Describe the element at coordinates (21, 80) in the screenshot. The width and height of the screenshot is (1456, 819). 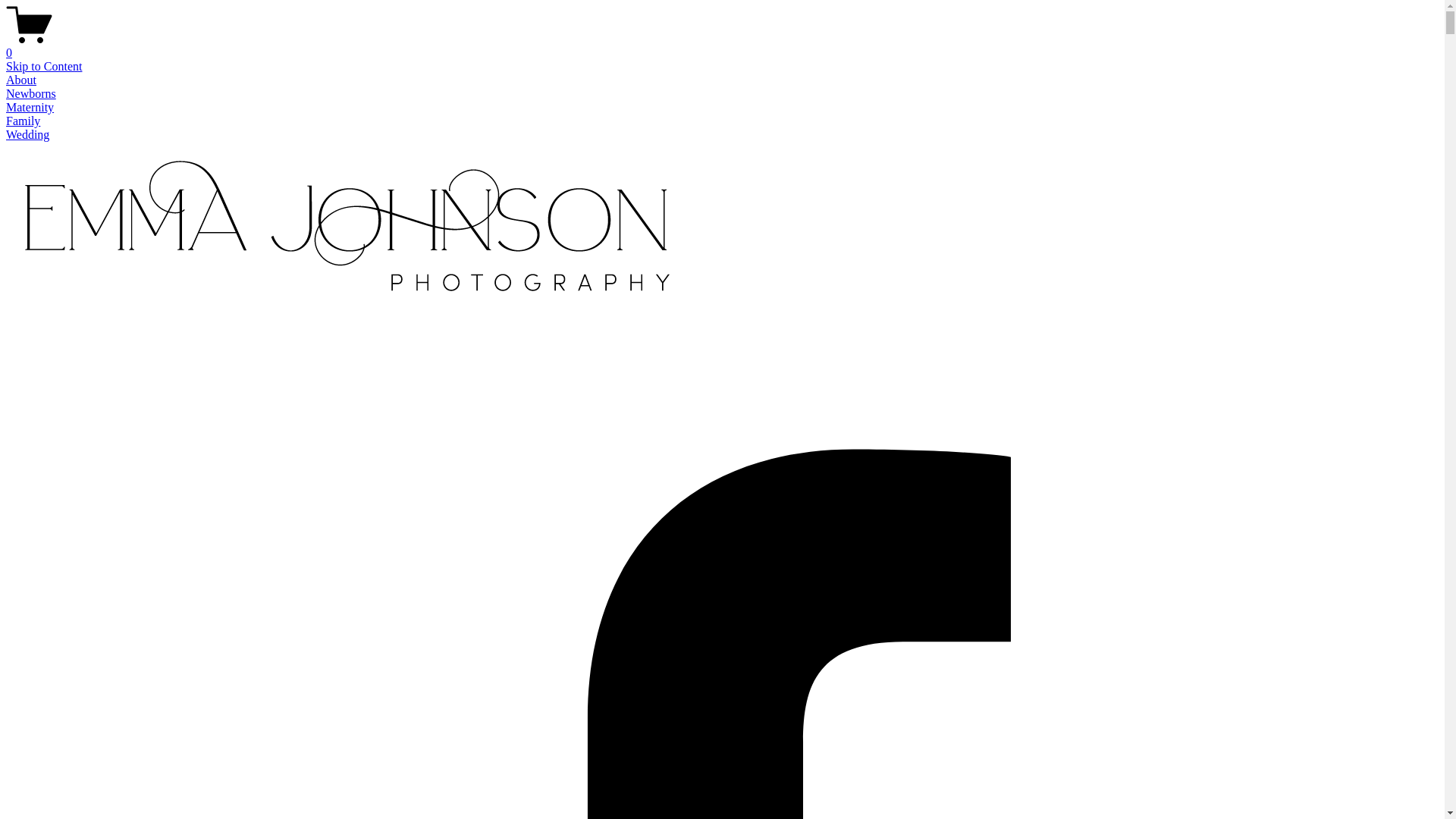
I see `'About'` at that location.